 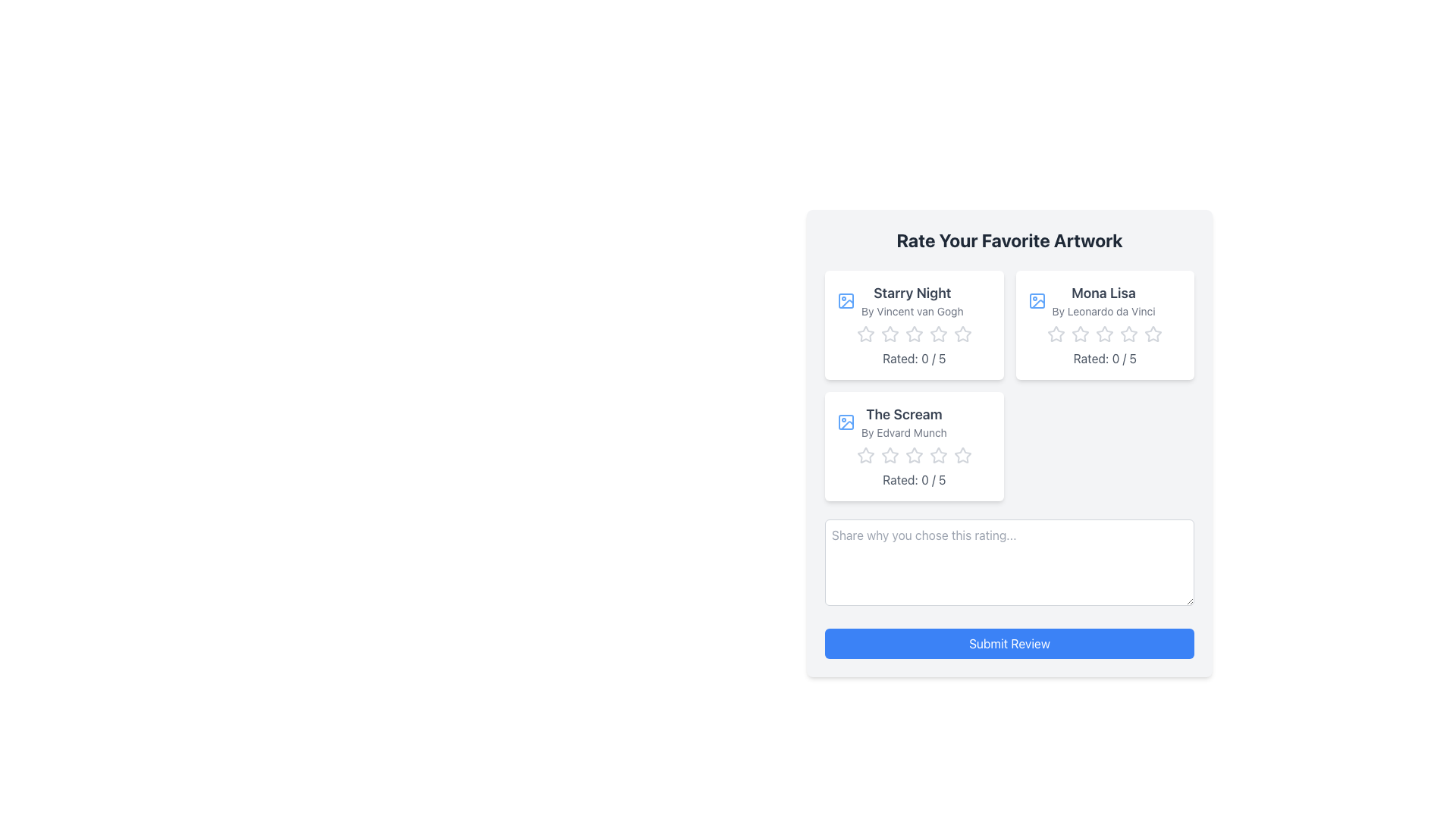 What do you see at coordinates (913, 455) in the screenshot?
I see `the fifth star icon in the five-star rating system below 'The Scream' artwork card` at bounding box center [913, 455].